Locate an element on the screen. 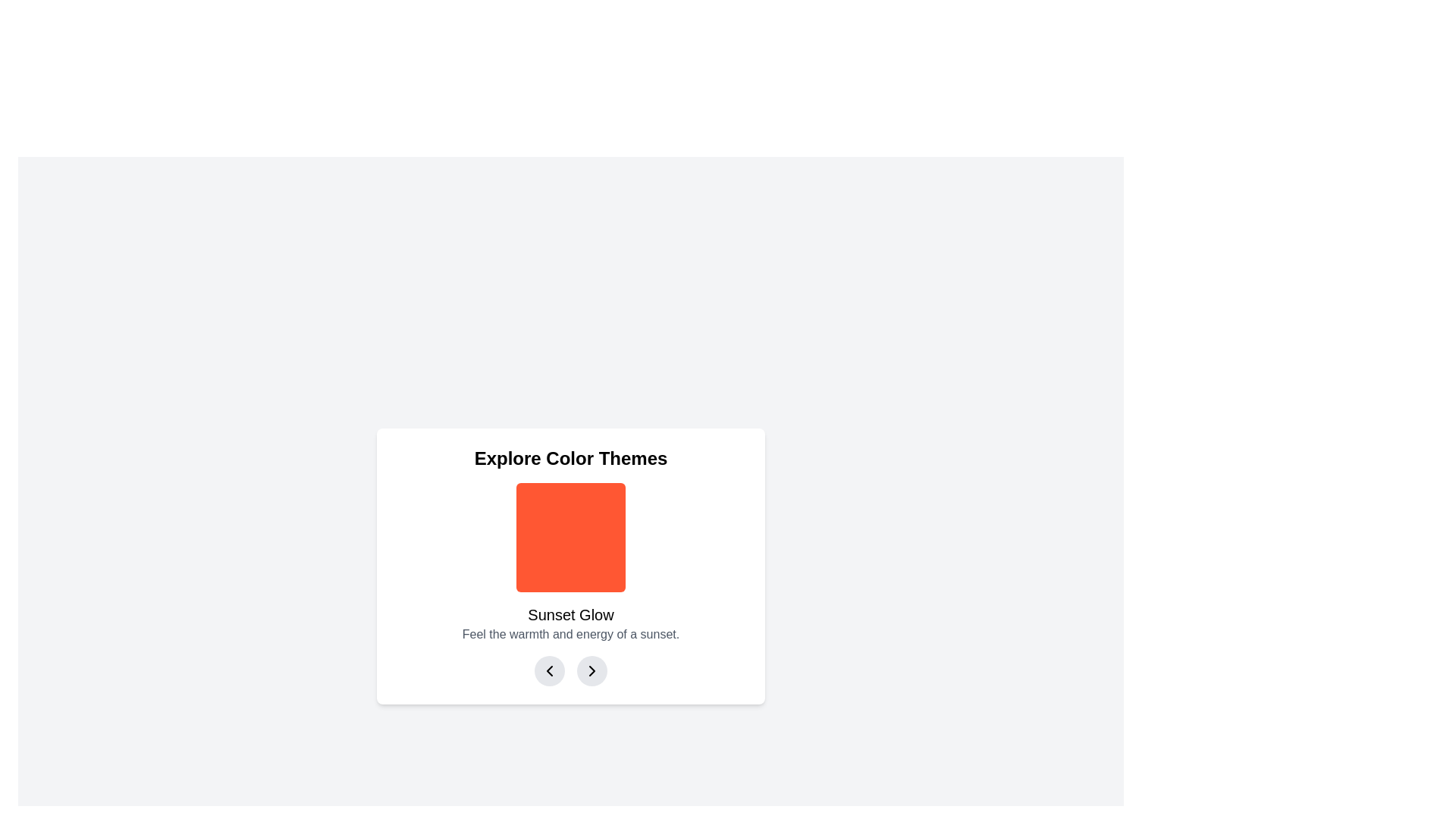 Image resolution: width=1456 pixels, height=819 pixels. the text label that reads 'Sunset Glow', which is styled in bold black font and positioned below a colored square and above a descriptive caption is located at coordinates (570, 614).